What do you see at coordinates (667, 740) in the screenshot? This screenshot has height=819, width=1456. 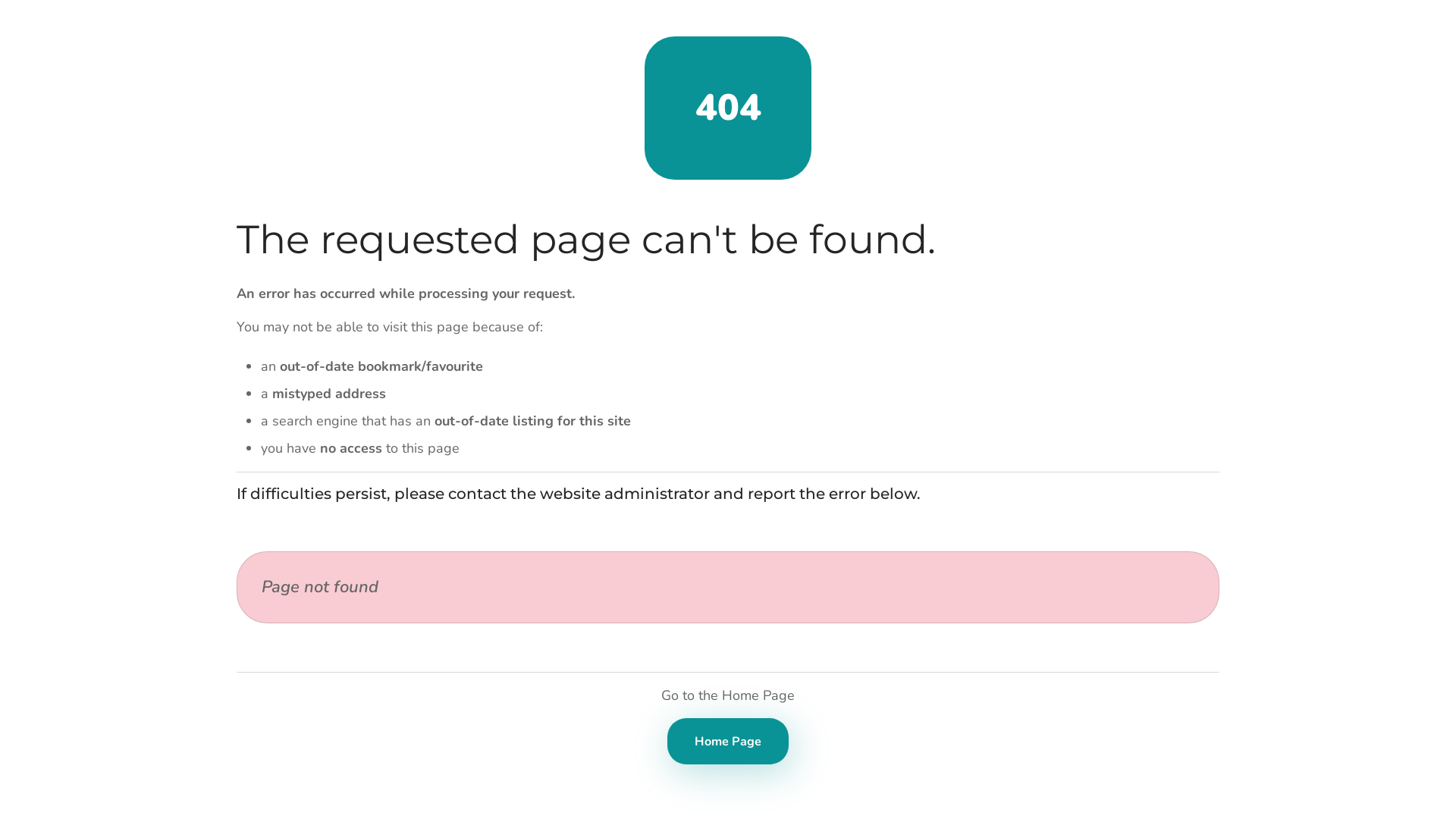 I see `'Home Page'` at bounding box center [667, 740].